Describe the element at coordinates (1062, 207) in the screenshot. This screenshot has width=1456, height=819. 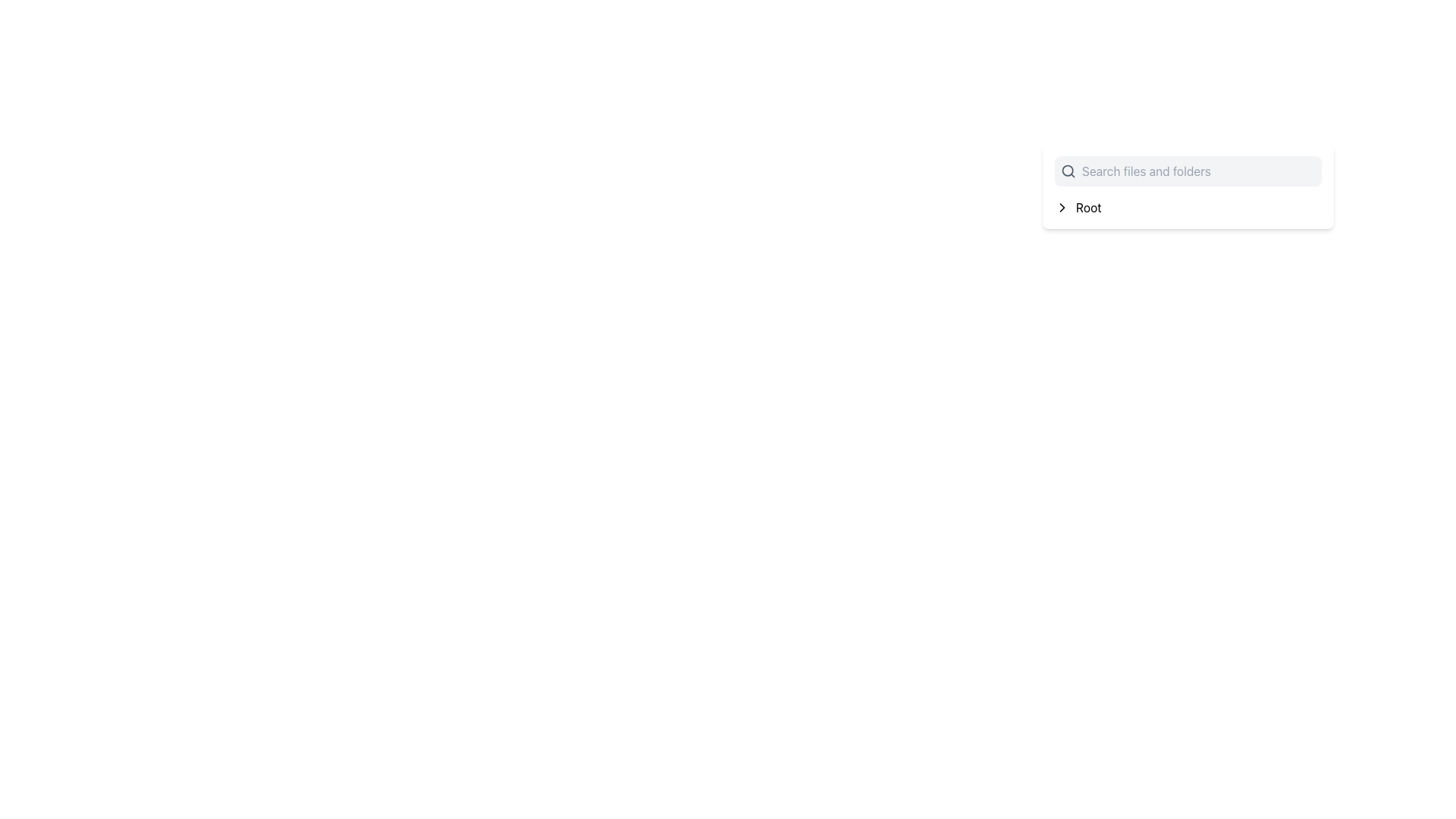
I see `the chevron arrow icon adjacent to the 'Root' text label` at that location.